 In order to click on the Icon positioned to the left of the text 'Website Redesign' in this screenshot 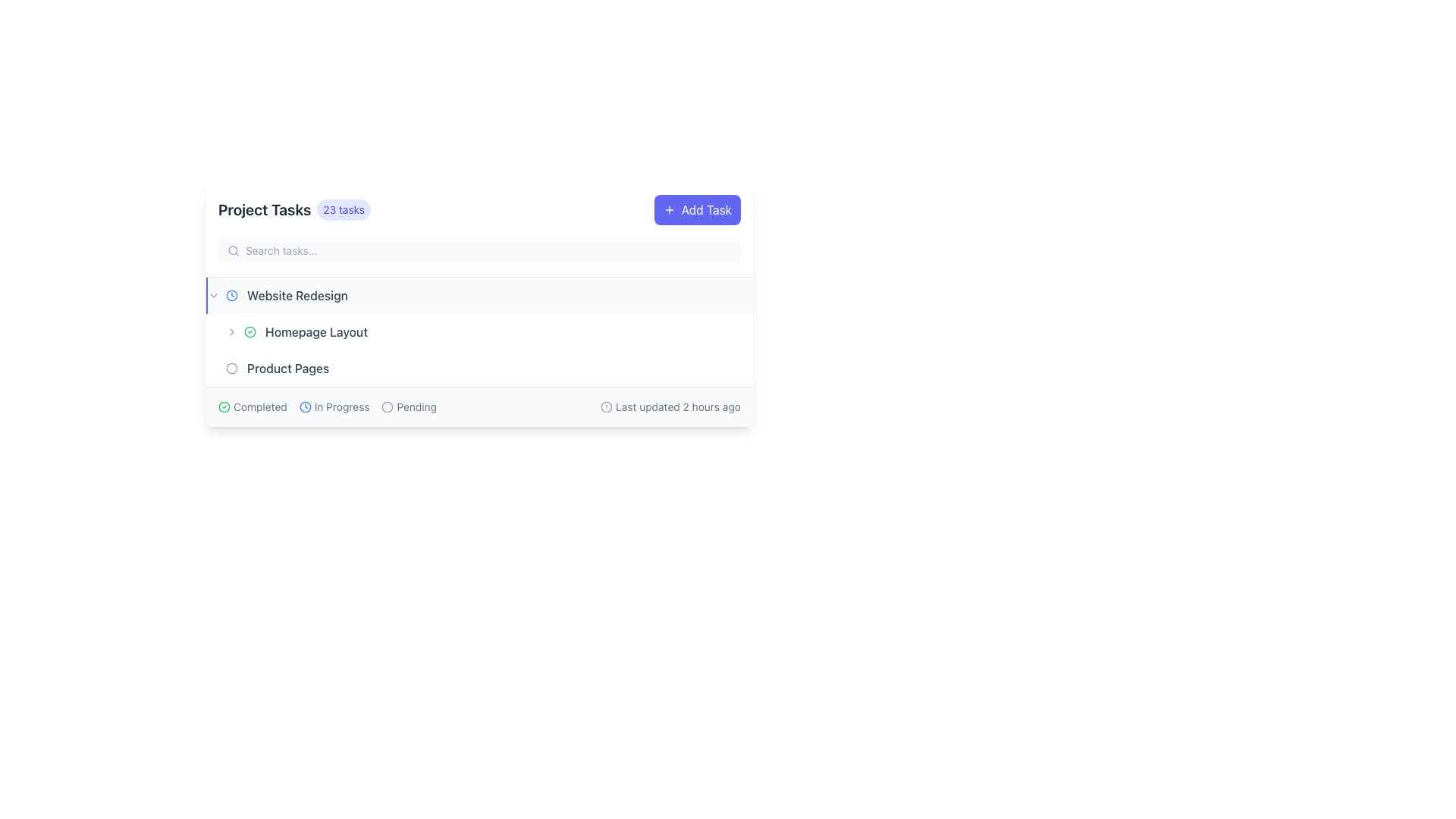, I will do `click(213, 295)`.